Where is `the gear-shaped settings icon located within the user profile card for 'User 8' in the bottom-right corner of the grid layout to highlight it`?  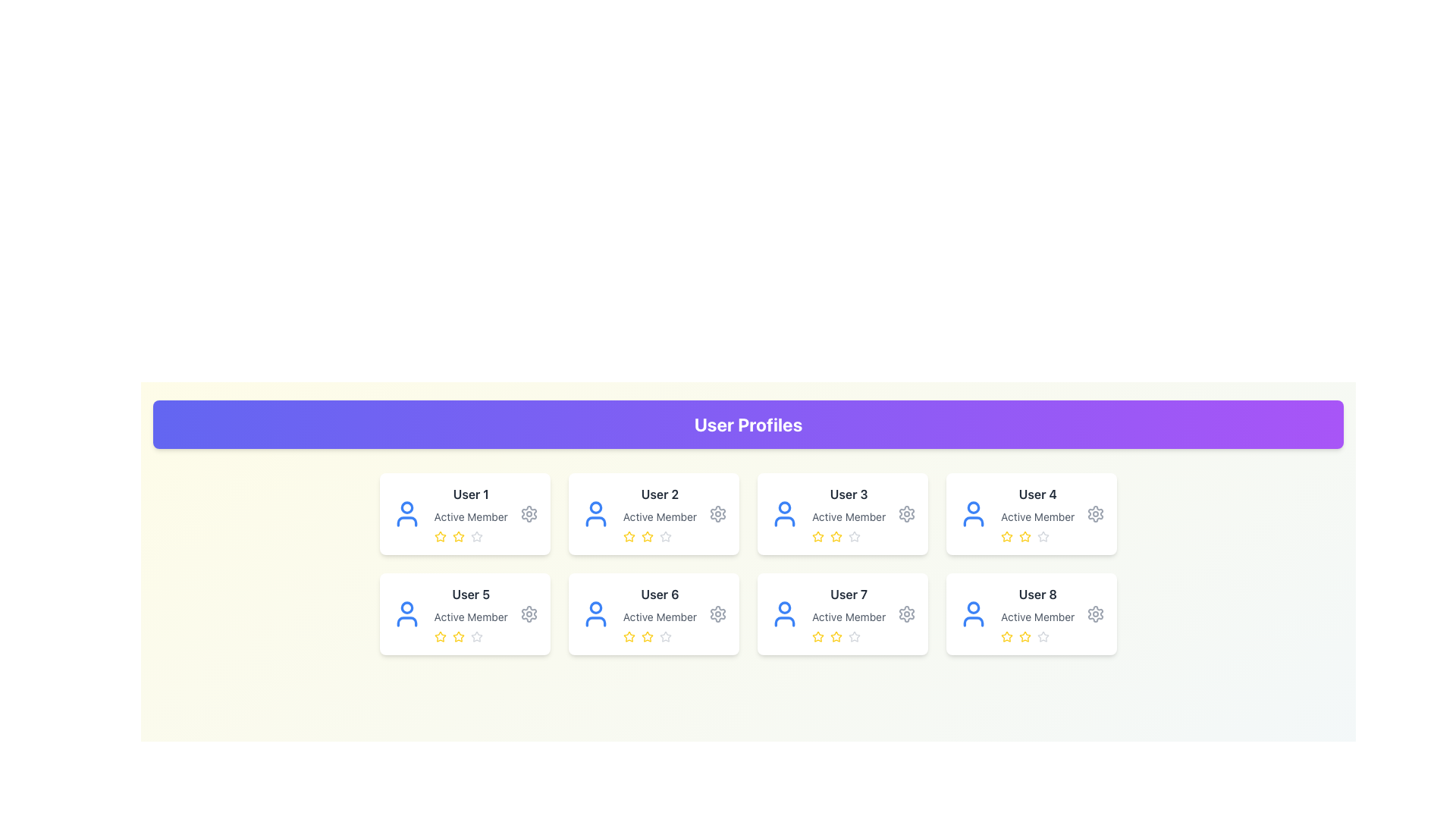 the gear-shaped settings icon located within the user profile card for 'User 8' in the bottom-right corner of the grid layout to highlight it is located at coordinates (1096, 614).